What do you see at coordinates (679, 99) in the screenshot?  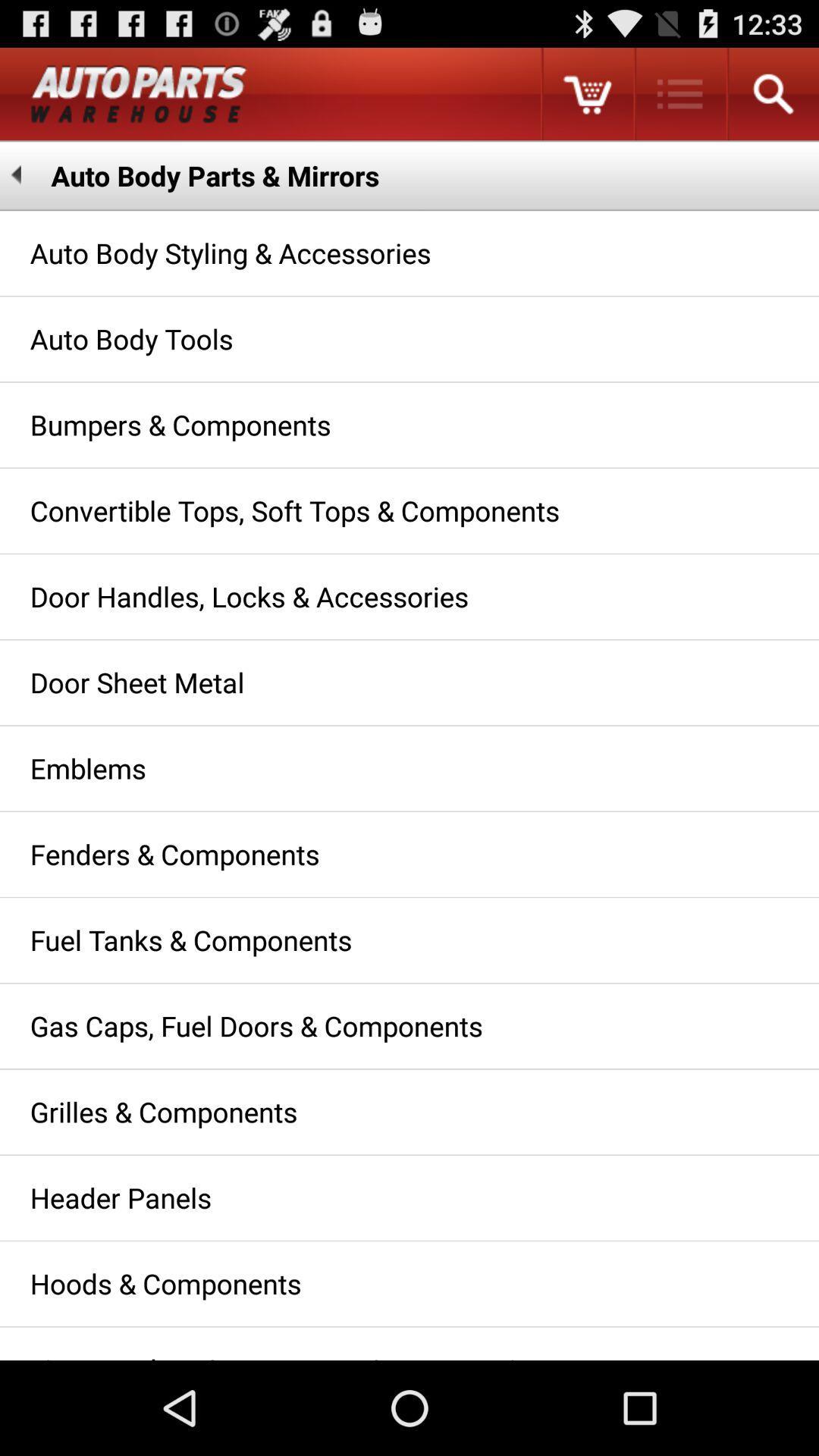 I see `the list icon` at bounding box center [679, 99].